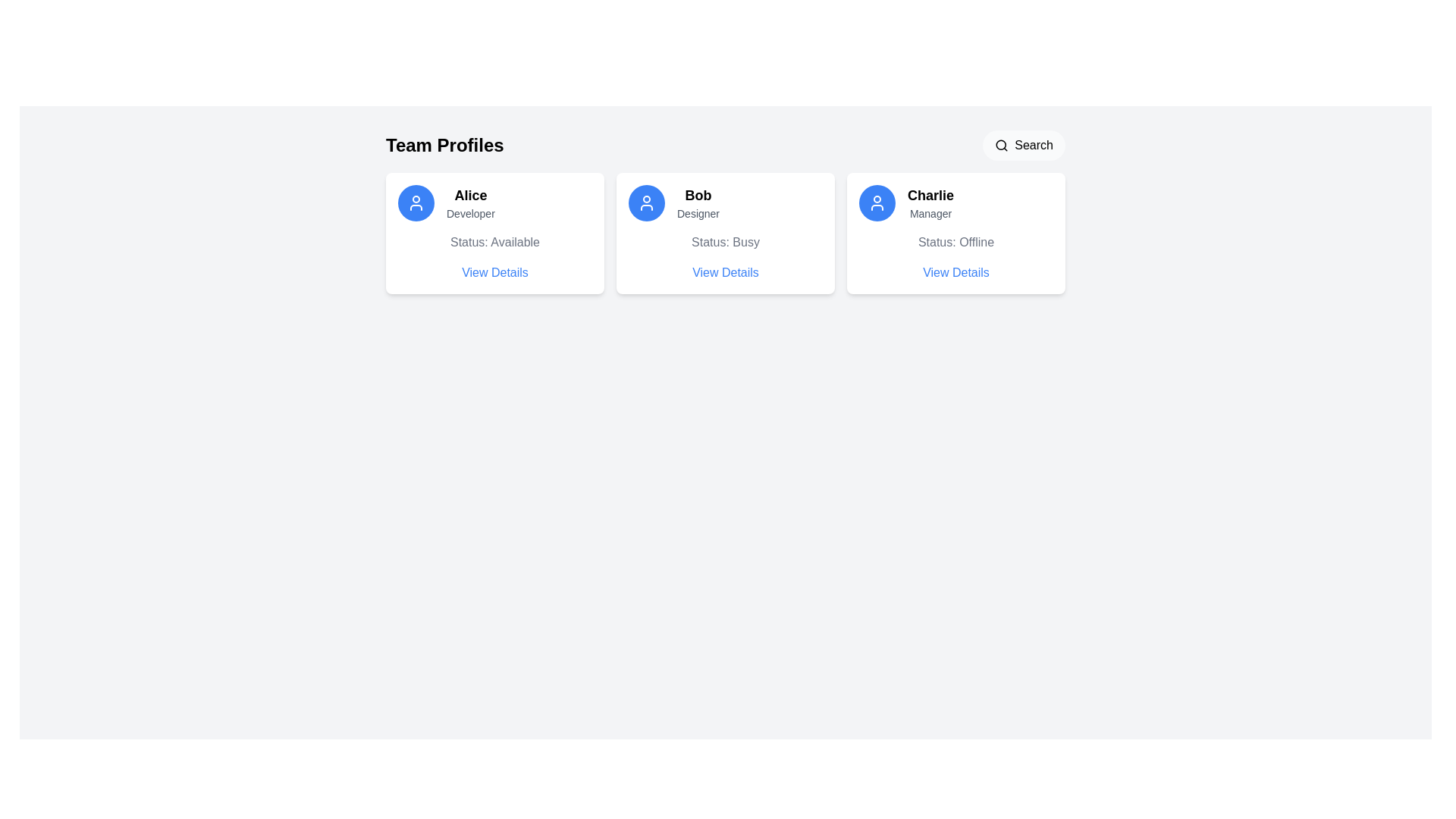  Describe the element at coordinates (494, 242) in the screenshot. I see `the label displaying 'Status: Available' which is styled in gray font and positioned between 'Alice, Developer' and 'View Details'` at that location.